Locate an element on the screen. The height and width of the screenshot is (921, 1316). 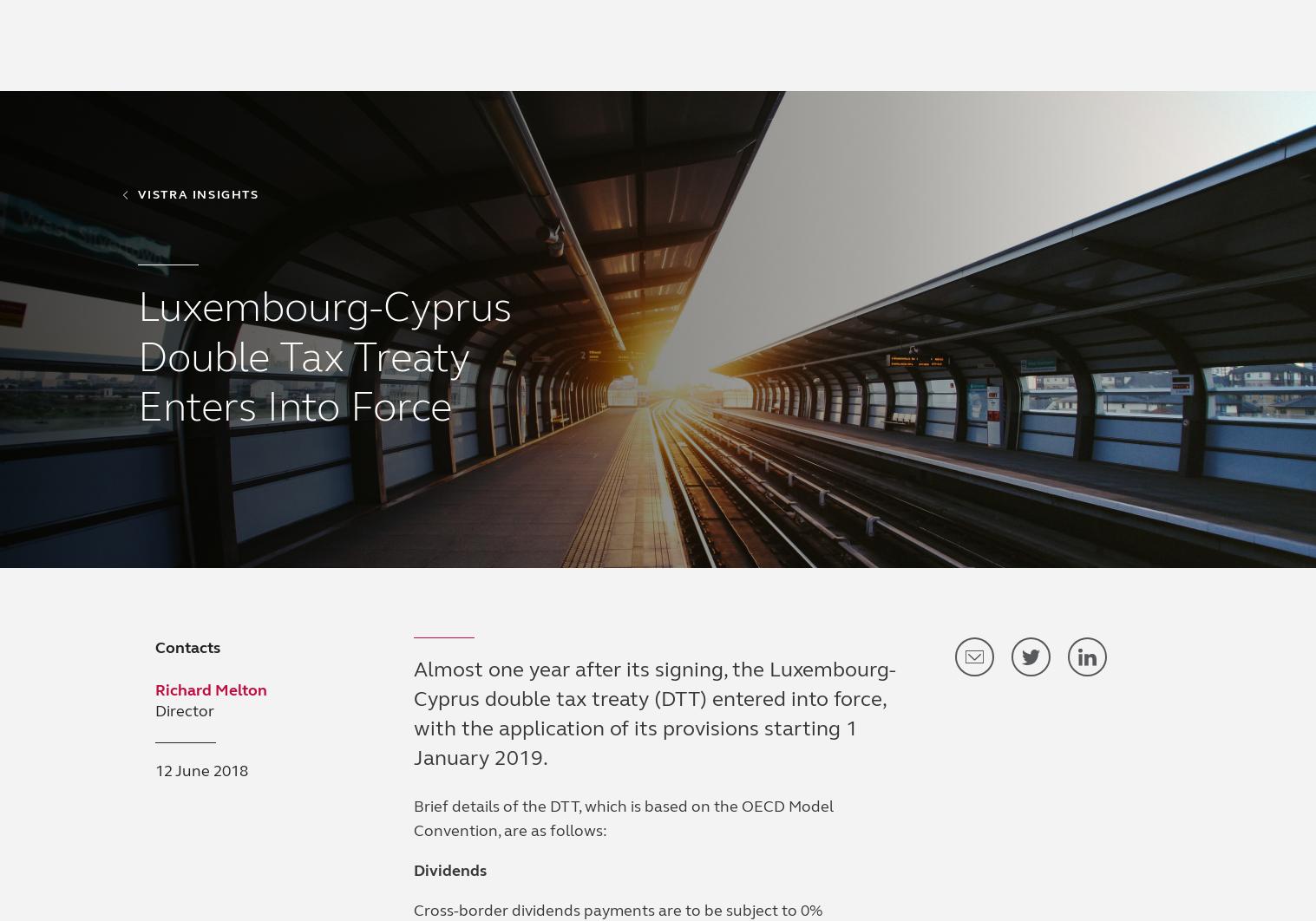
'26 Oct 2023' is located at coordinates (553, 388).